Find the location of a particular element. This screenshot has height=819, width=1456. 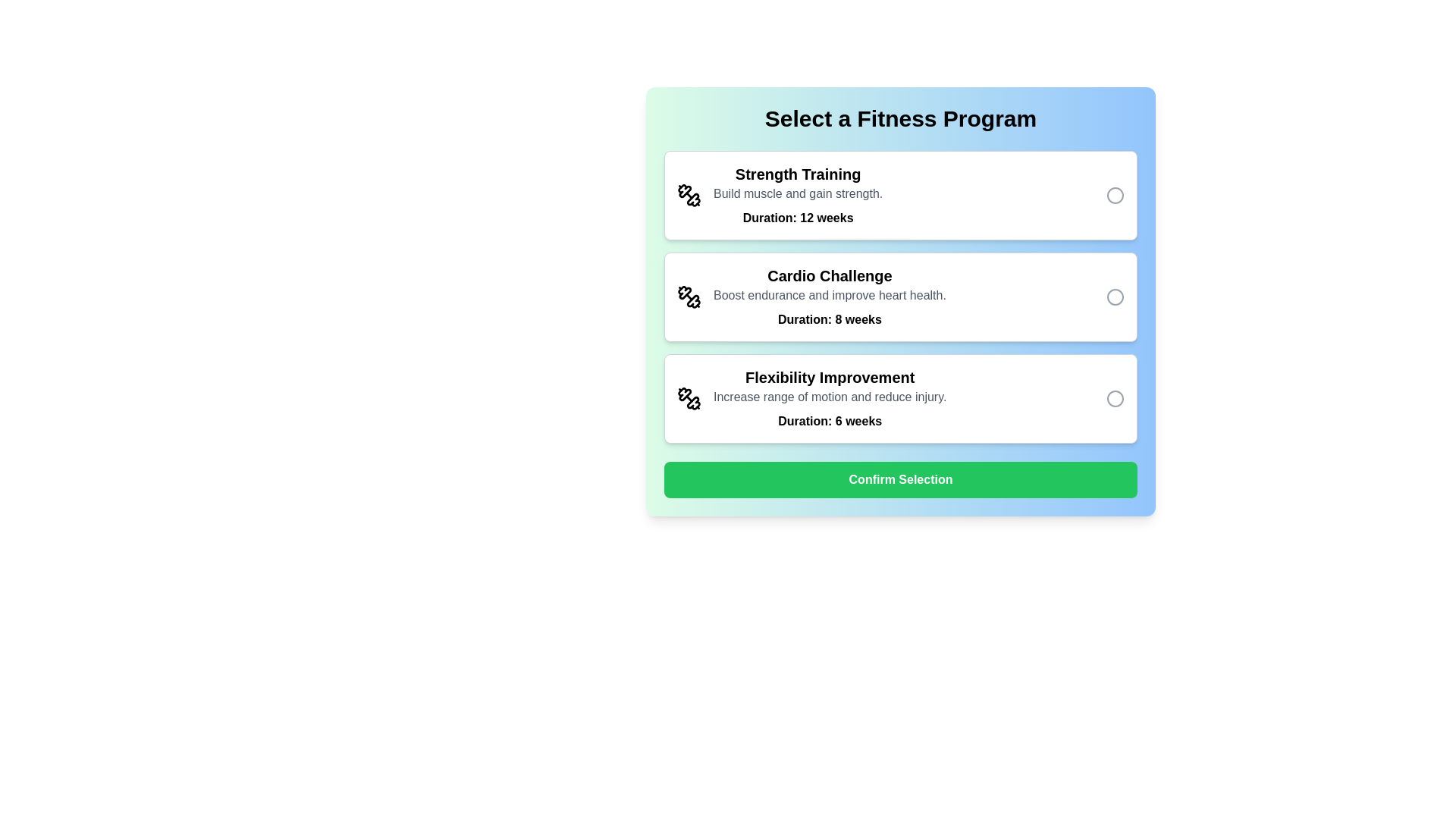

the black dumbbell SVG icon located in the third selectable option titled 'Flexibility Improvement', which is positioned to the left of the text describing the program is located at coordinates (688, 397).